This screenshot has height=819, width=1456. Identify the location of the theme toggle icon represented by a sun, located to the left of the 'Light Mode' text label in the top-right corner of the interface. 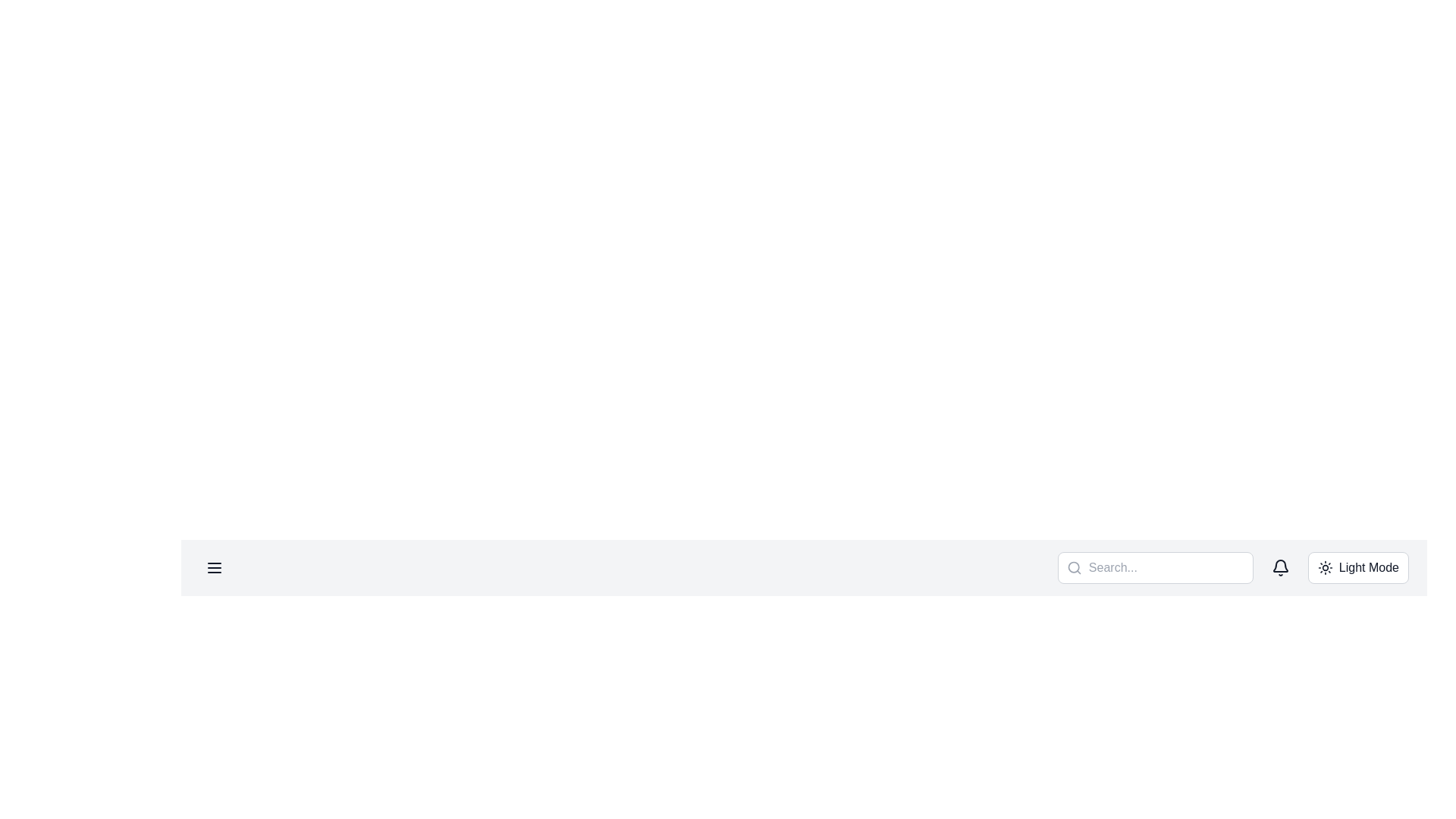
(1324, 567).